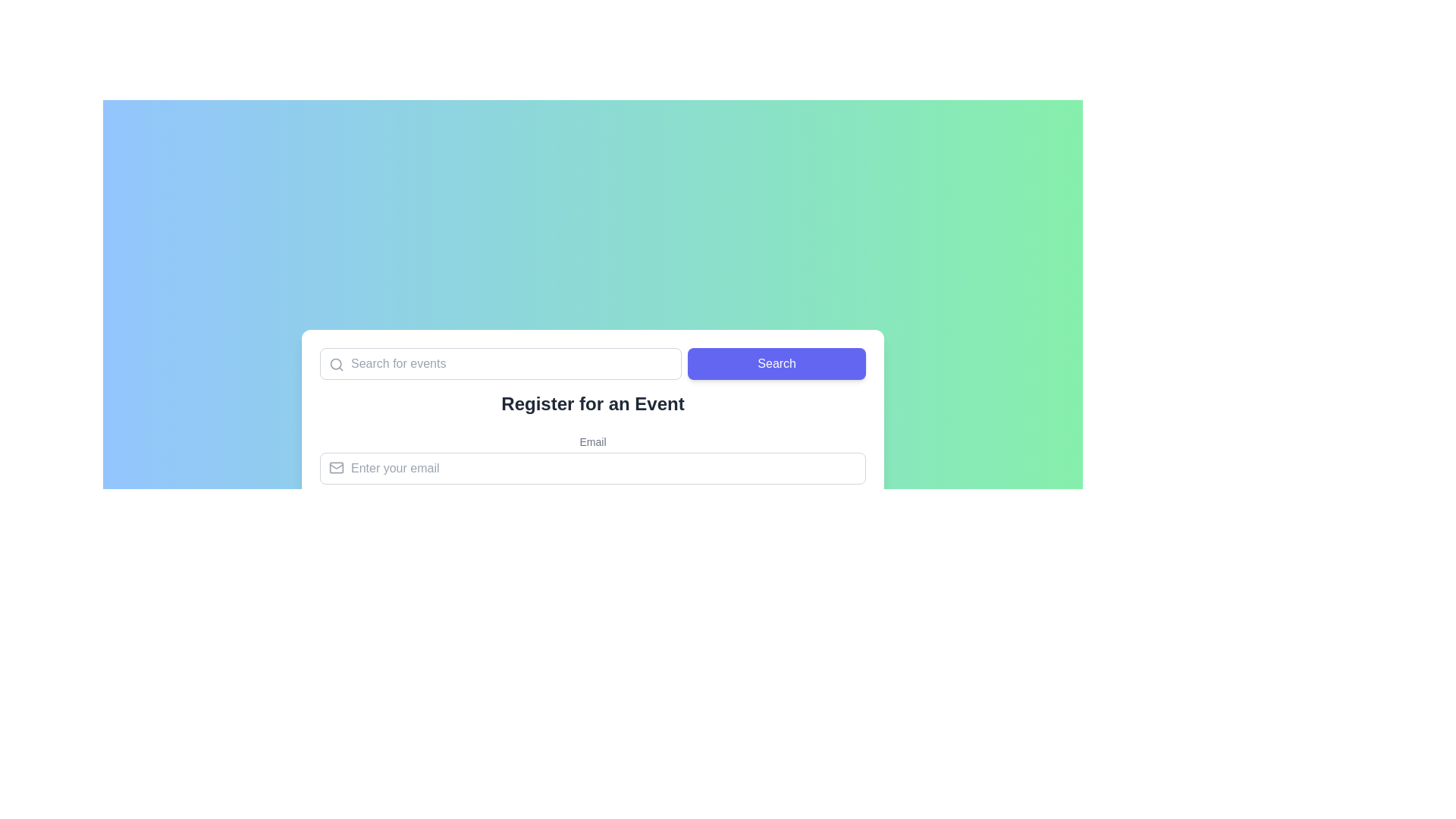  What do you see at coordinates (592, 403) in the screenshot?
I see `the header text element, which serves as a descriptive title for the form and is positioned between a search input/button and an email input field` at bounding box center [592, 403].